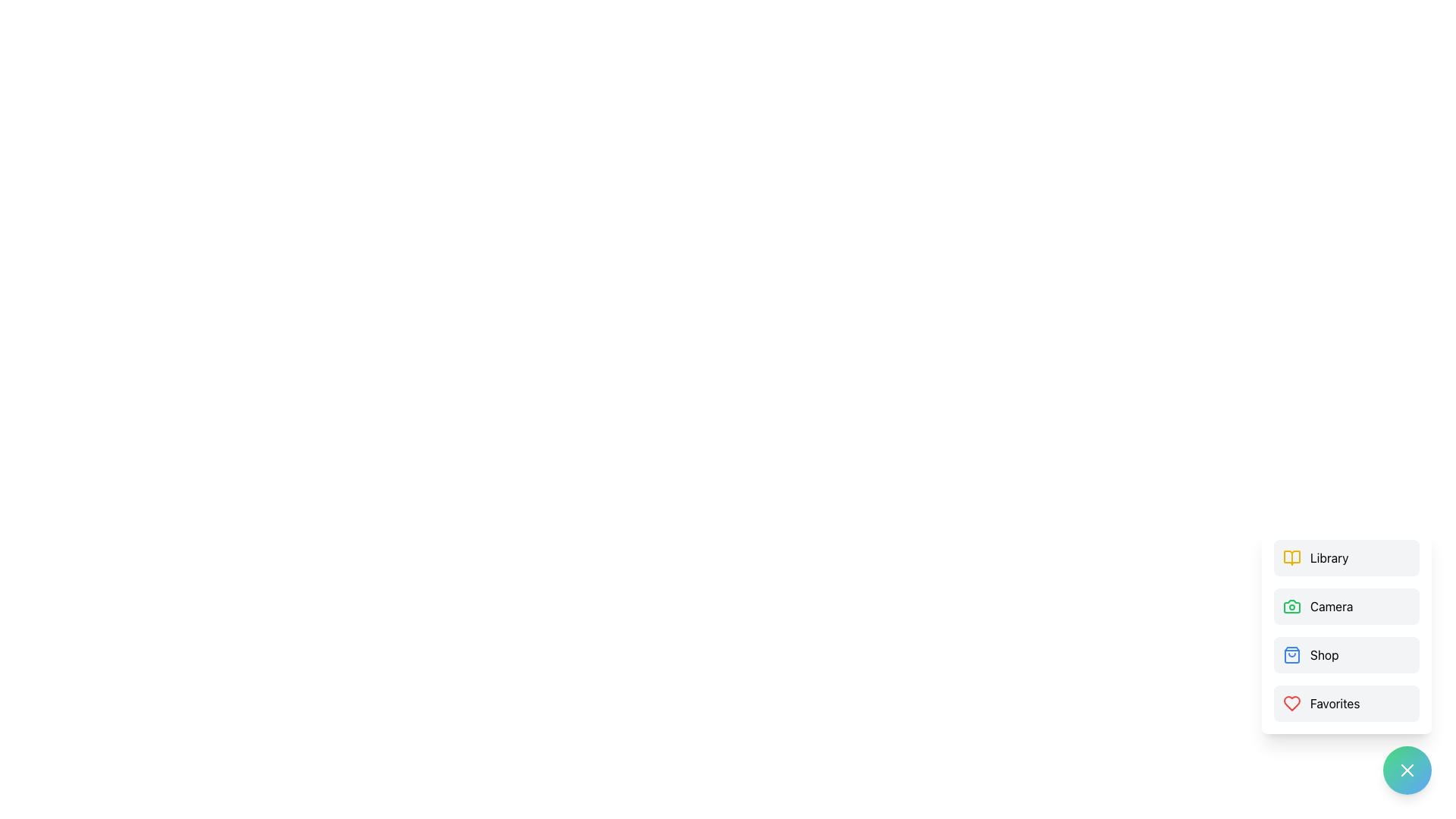  Describe the element at coordinates (1291, 654) in the screenshot. I see `the shopping bag icon located beside the 'Shop' menu item in the bottom-right section of the interface` at that location.